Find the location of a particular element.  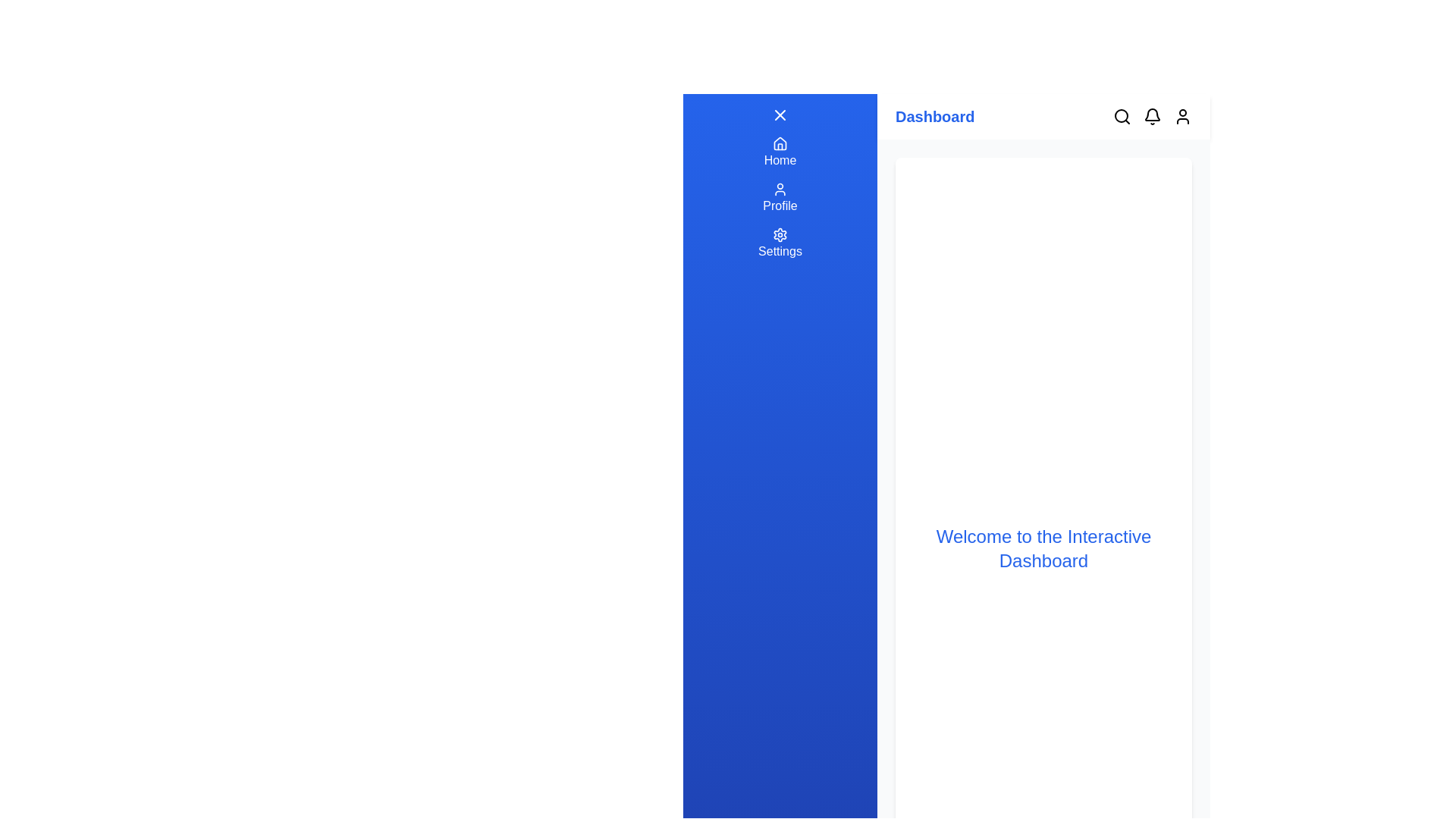

the close icon (SVG) located at the top of the vertical navigation bar is located at coordinates (780, 114).